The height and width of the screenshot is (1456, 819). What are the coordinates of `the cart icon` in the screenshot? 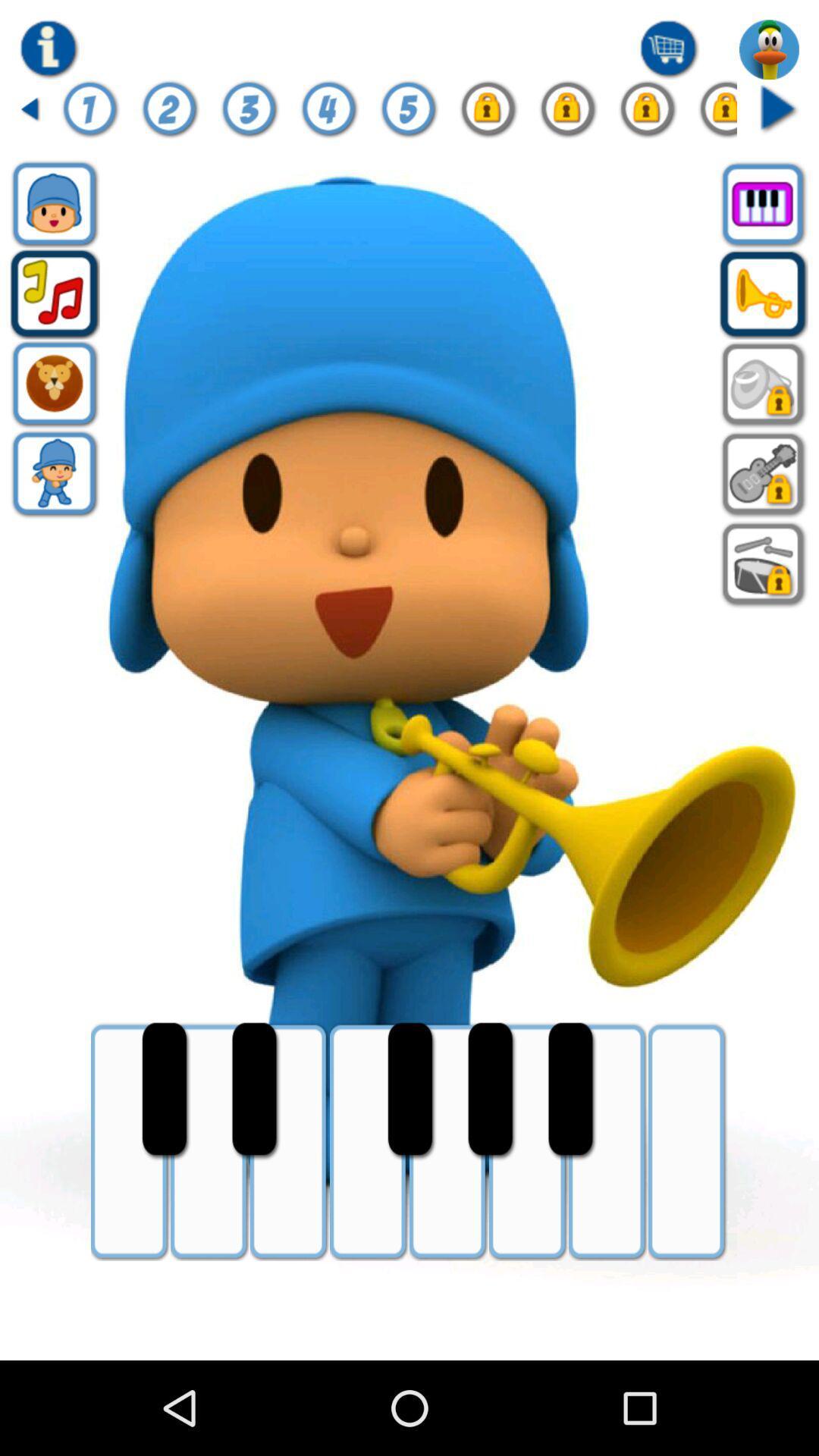 It's located at (669, 53).